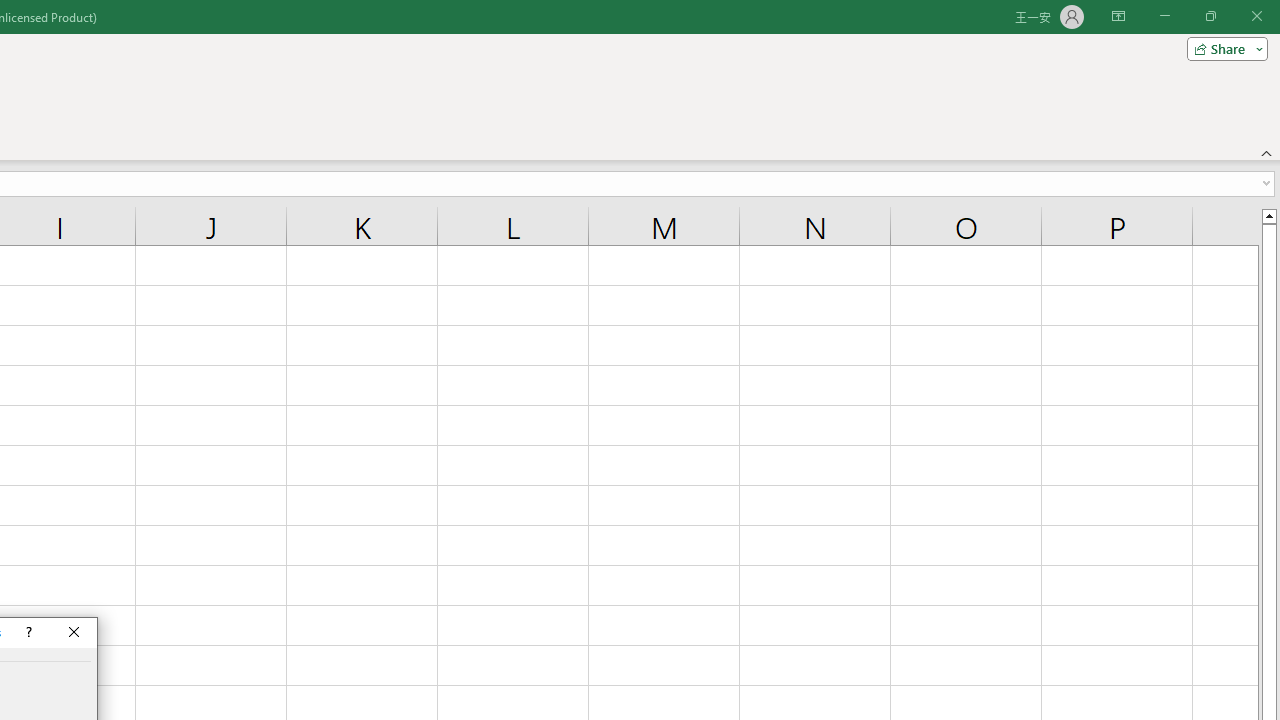  I want to click on 'Context help', so click(27, 632).